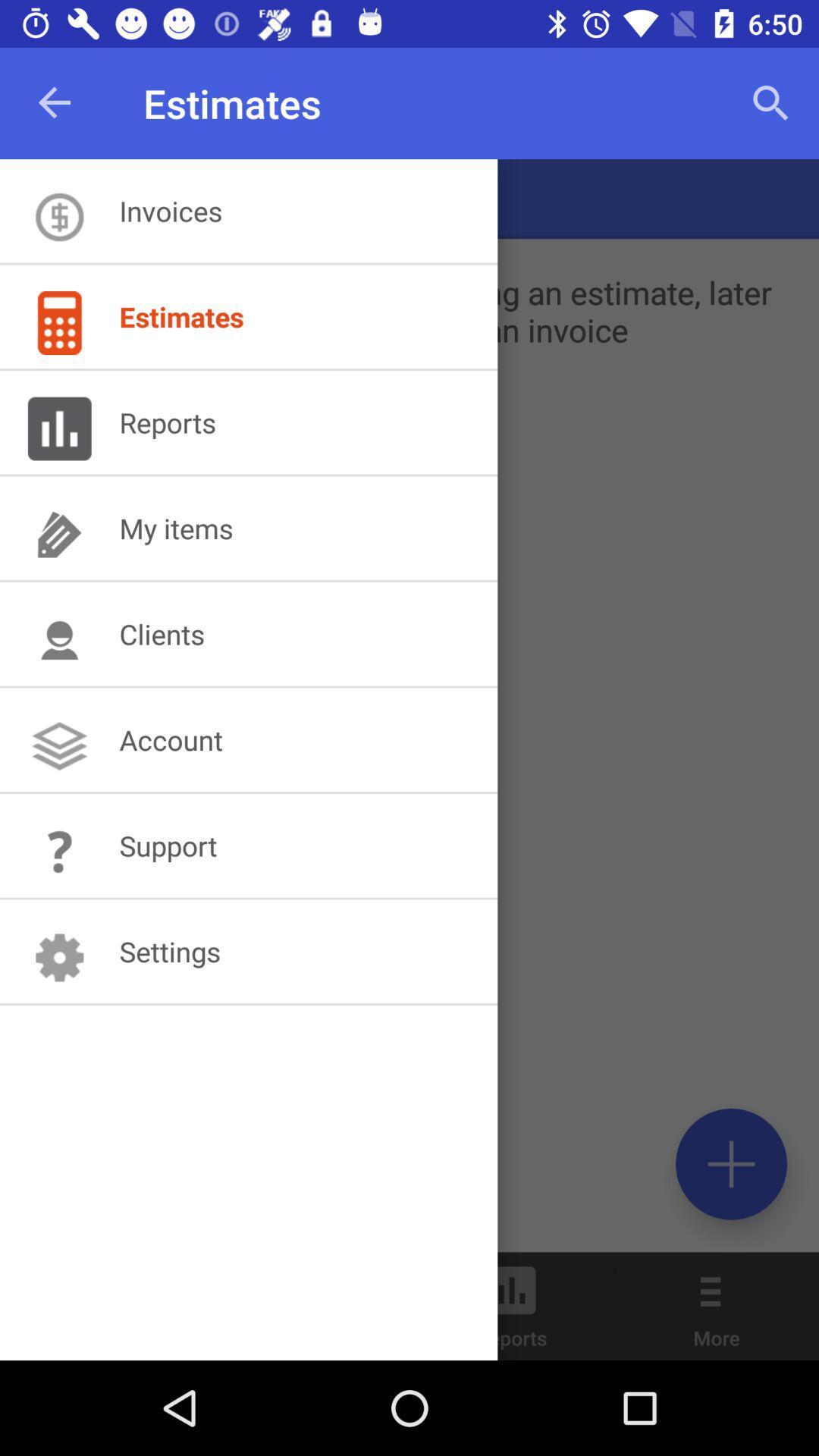 This screenshot has width=819, height=1456. Describe the element at coordinates (730, 1163) in the screenshot. I see `the add icon` at that location.